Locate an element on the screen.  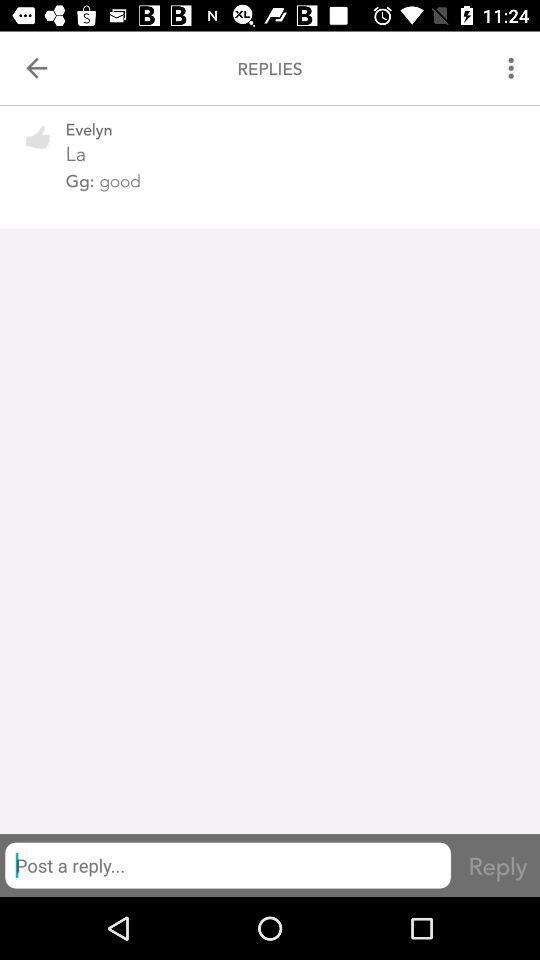
your reply is located at coordinates (226, 864).